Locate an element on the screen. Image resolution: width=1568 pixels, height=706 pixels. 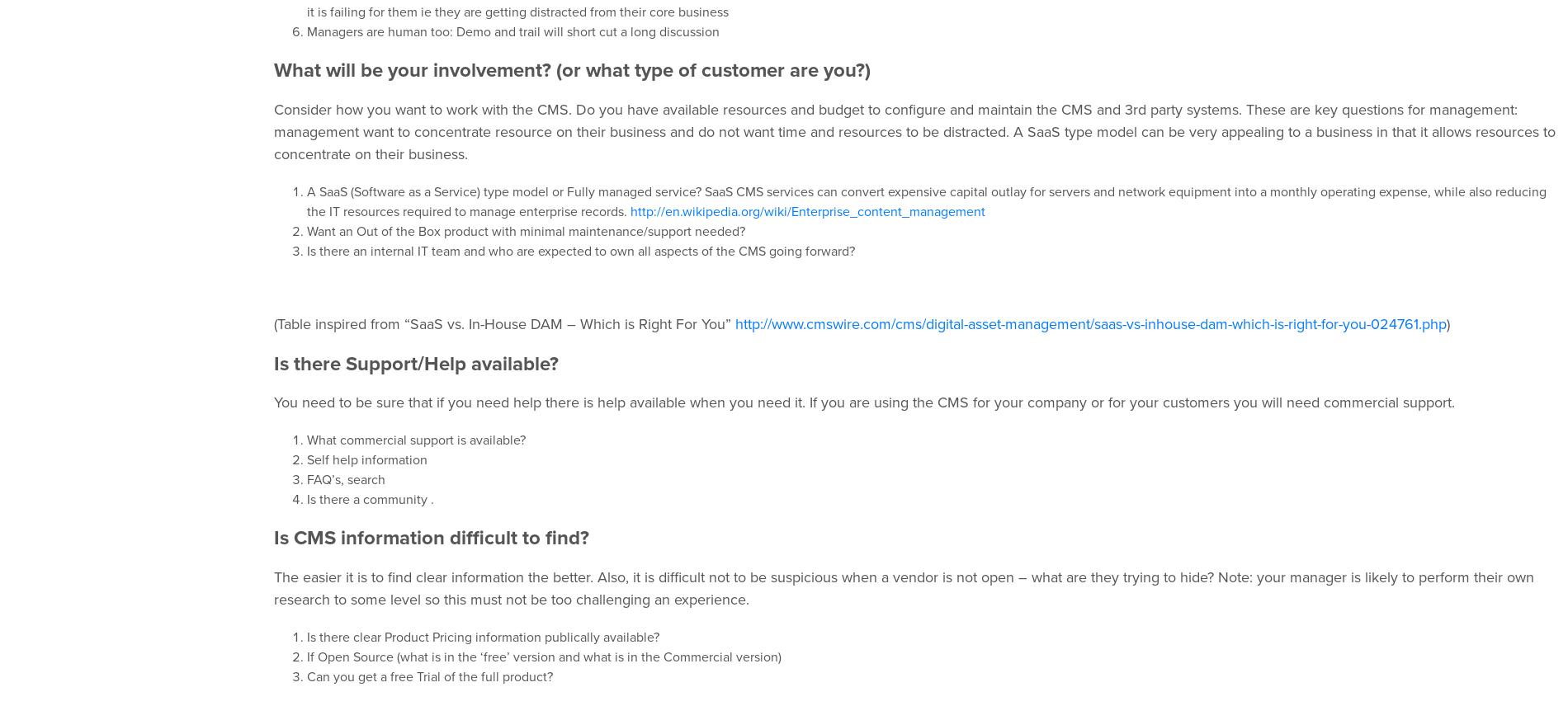
'Is there a community .' is located at coordinates (369, 499).